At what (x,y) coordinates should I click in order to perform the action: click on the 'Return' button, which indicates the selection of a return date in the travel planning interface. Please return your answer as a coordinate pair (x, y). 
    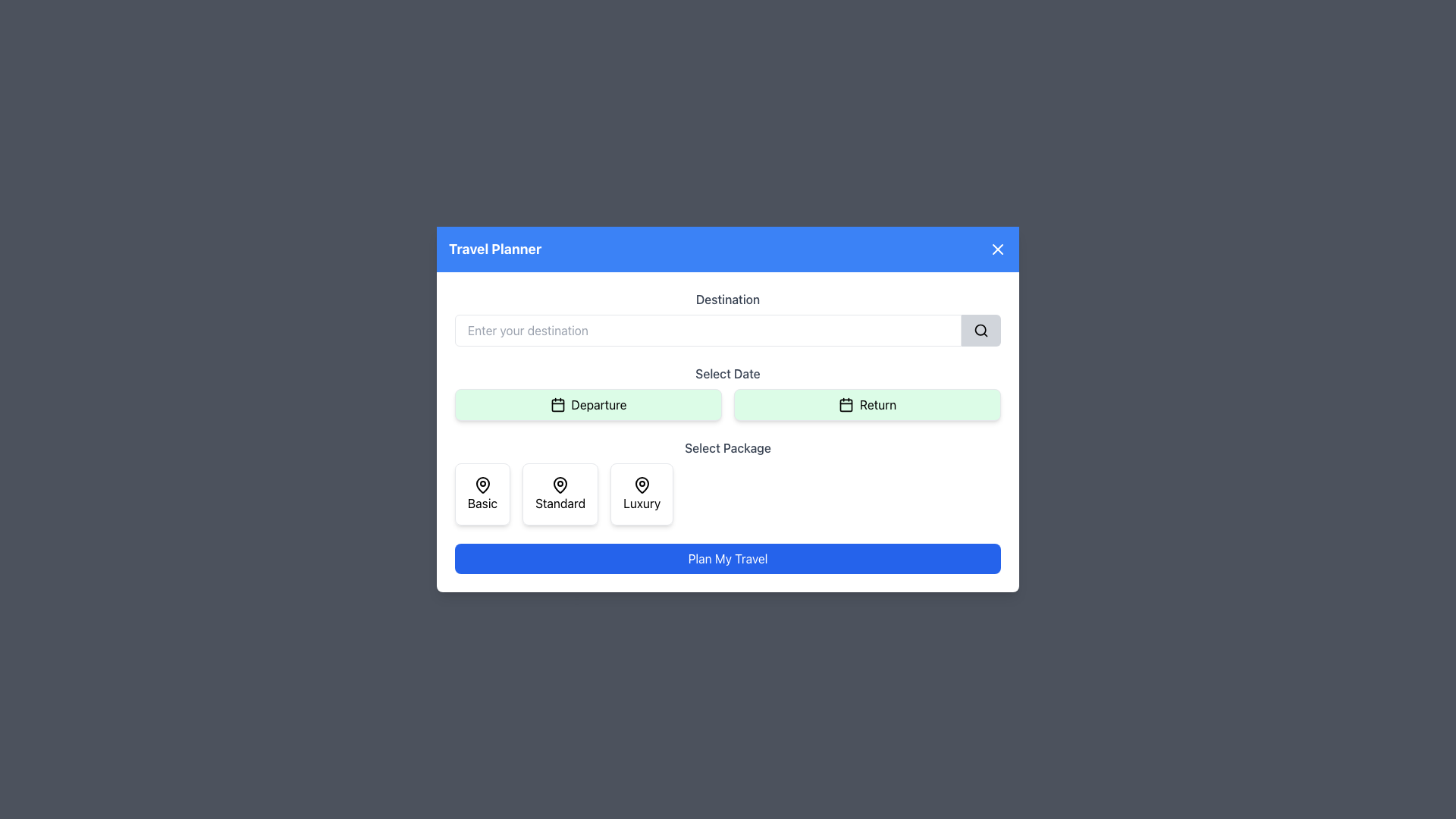
    Looking at the image, I should click on (877, 403).